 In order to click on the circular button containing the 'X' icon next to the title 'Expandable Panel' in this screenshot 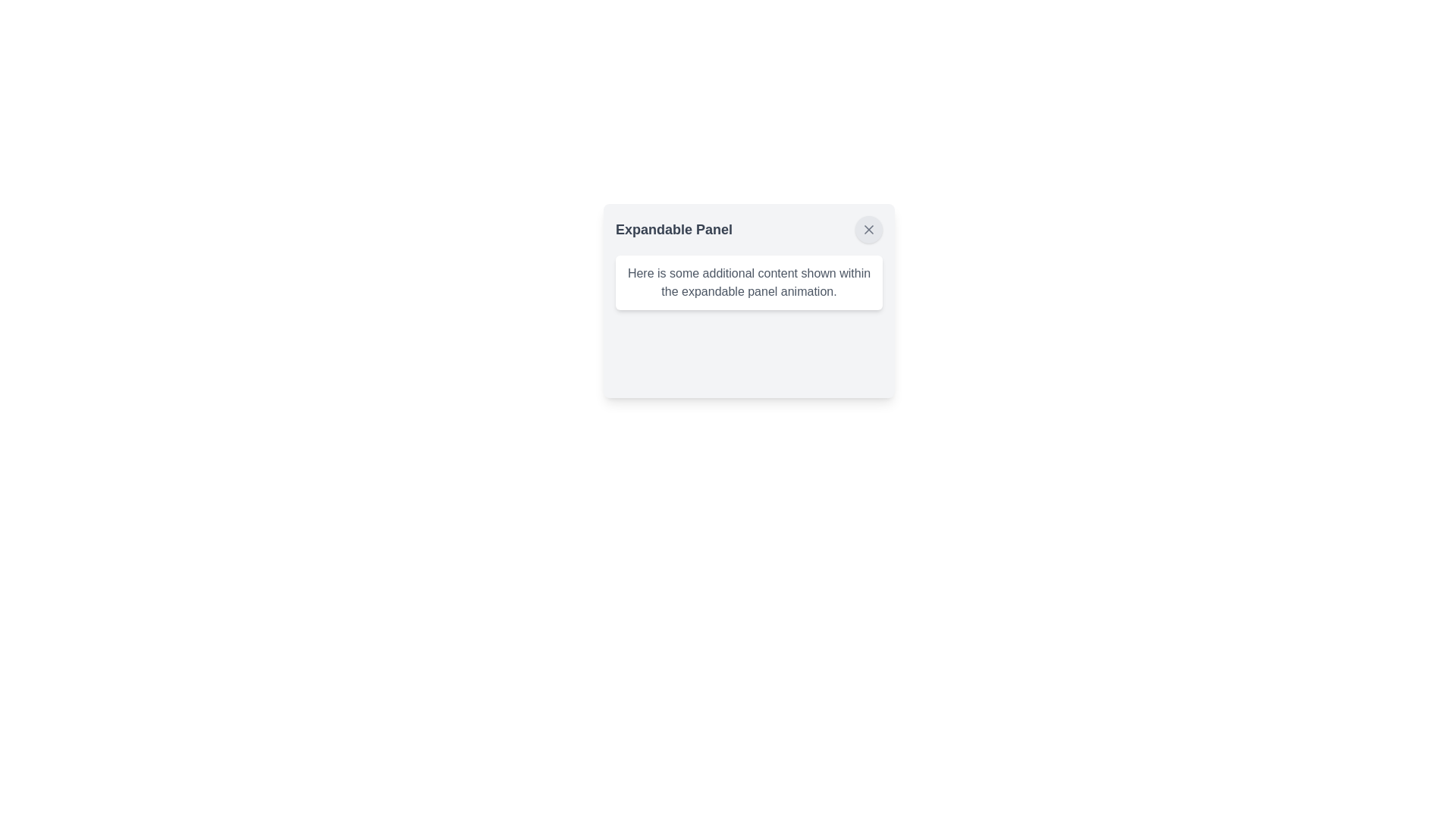, I will do `click(869, 230)`.